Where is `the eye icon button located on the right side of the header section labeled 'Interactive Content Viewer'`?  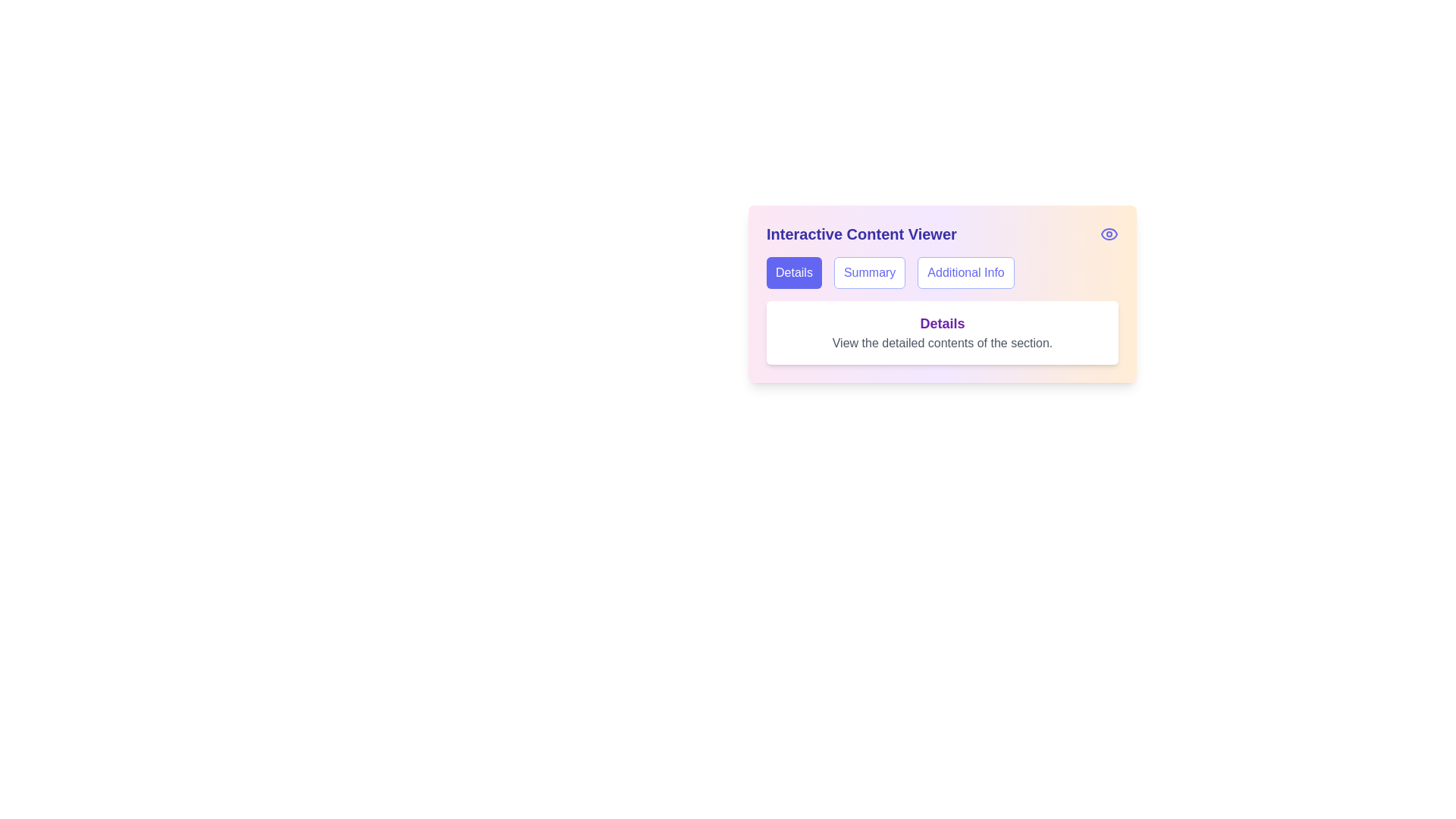
the eye icon button located on the right side of the header section labeled 'Interactive Content Viewer' is located at coordinates (1109, 234).